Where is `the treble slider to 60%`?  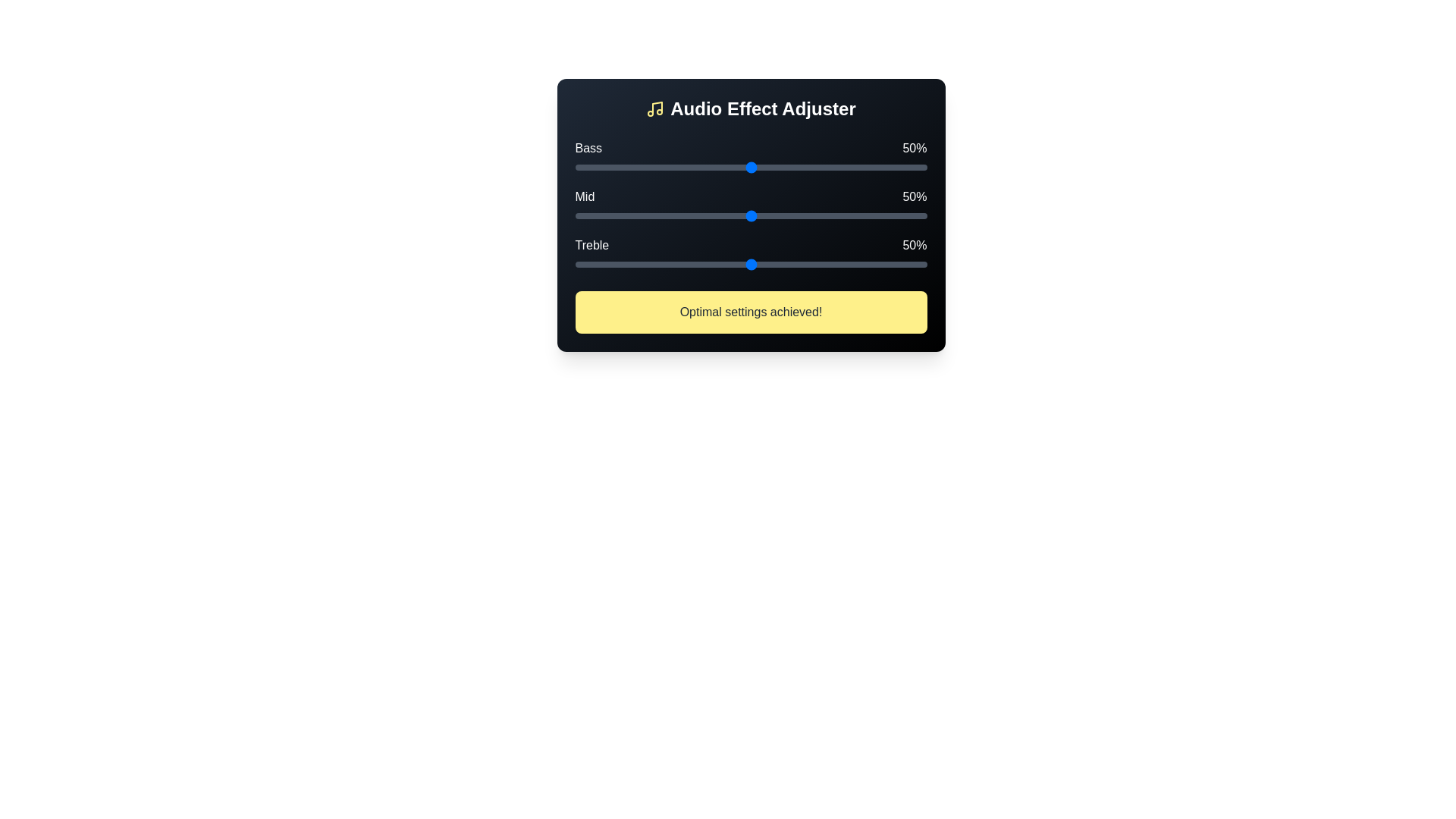
the treble slider to 60% is located at coordinates (786, 263).